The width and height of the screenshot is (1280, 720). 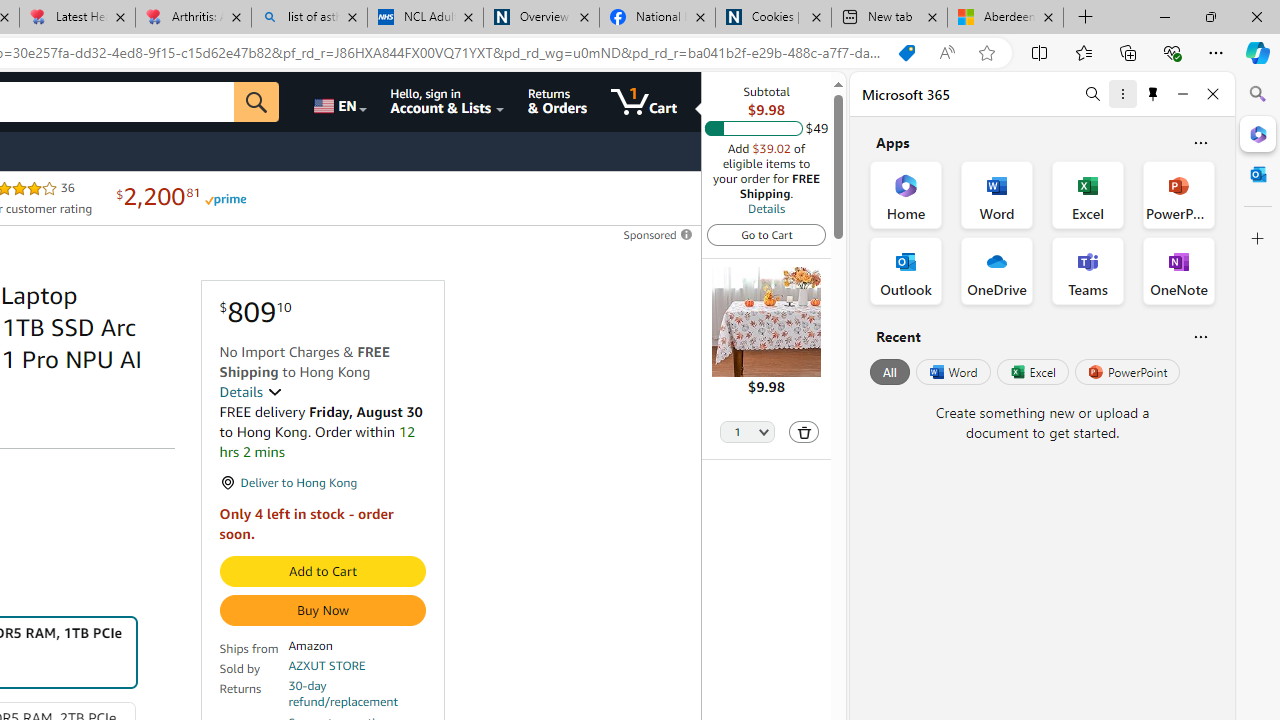 I want to click on 'Teams Office App', so click(x=1087, y=271).